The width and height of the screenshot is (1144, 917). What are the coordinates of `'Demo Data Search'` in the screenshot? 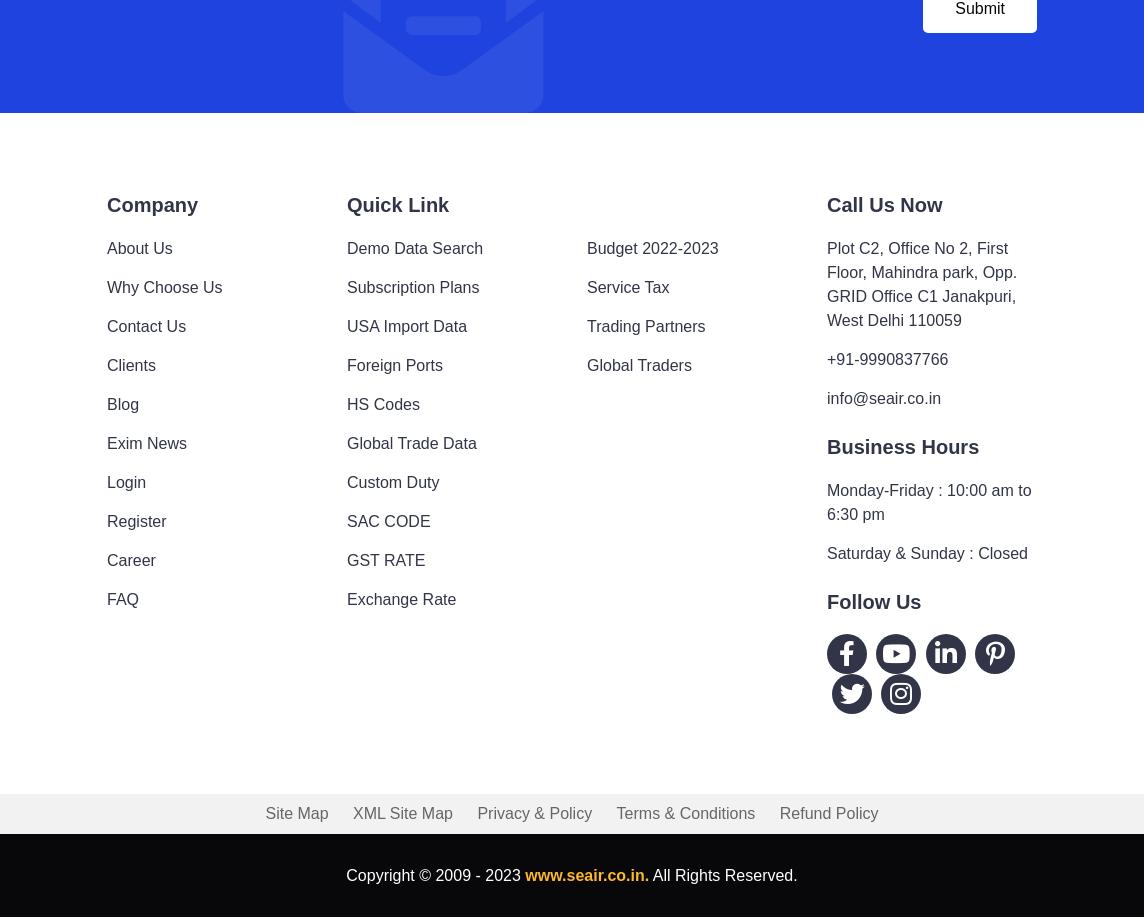 It's located at (415, 246).